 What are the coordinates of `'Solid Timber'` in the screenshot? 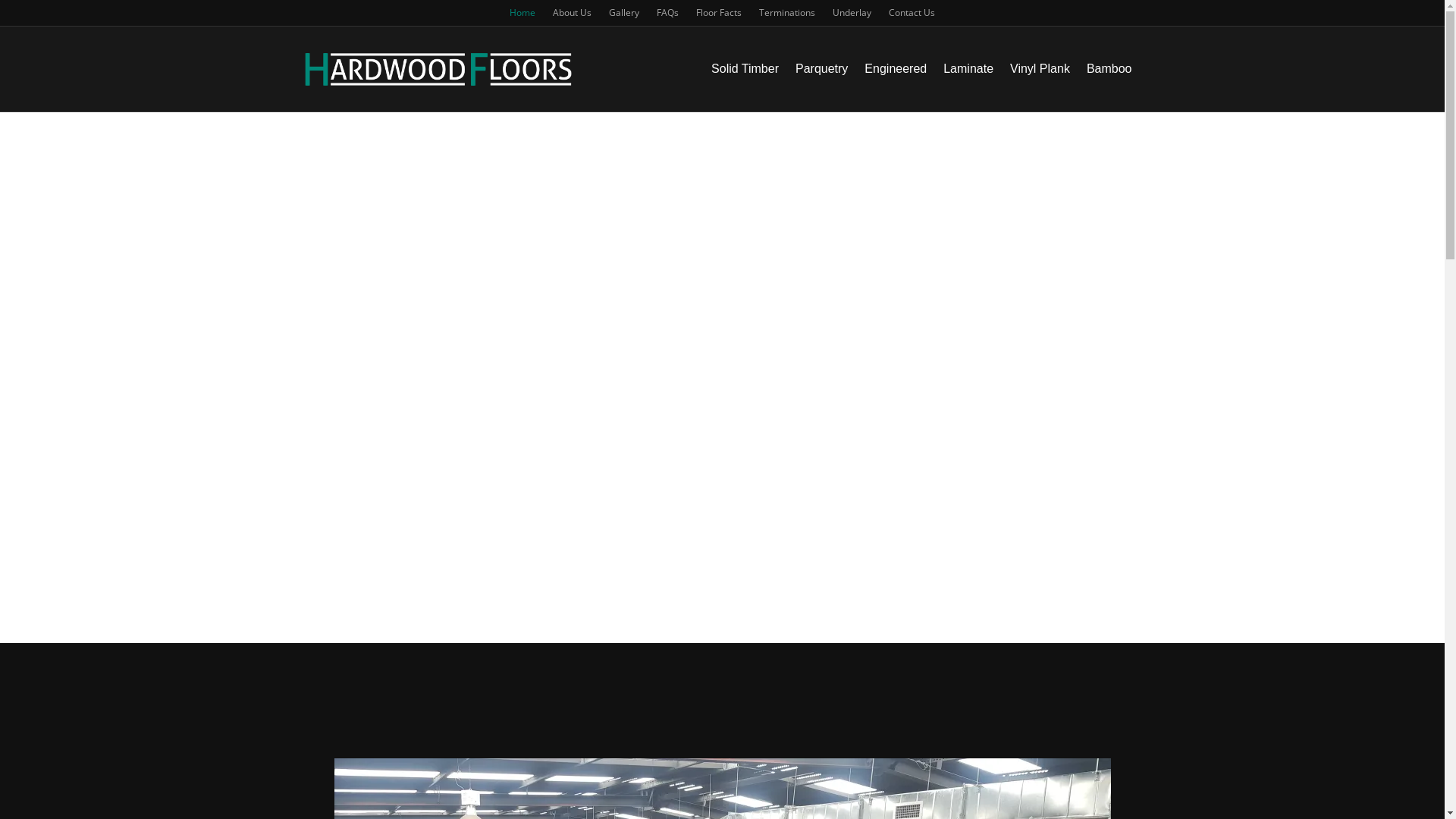 It's located at (745, 69).